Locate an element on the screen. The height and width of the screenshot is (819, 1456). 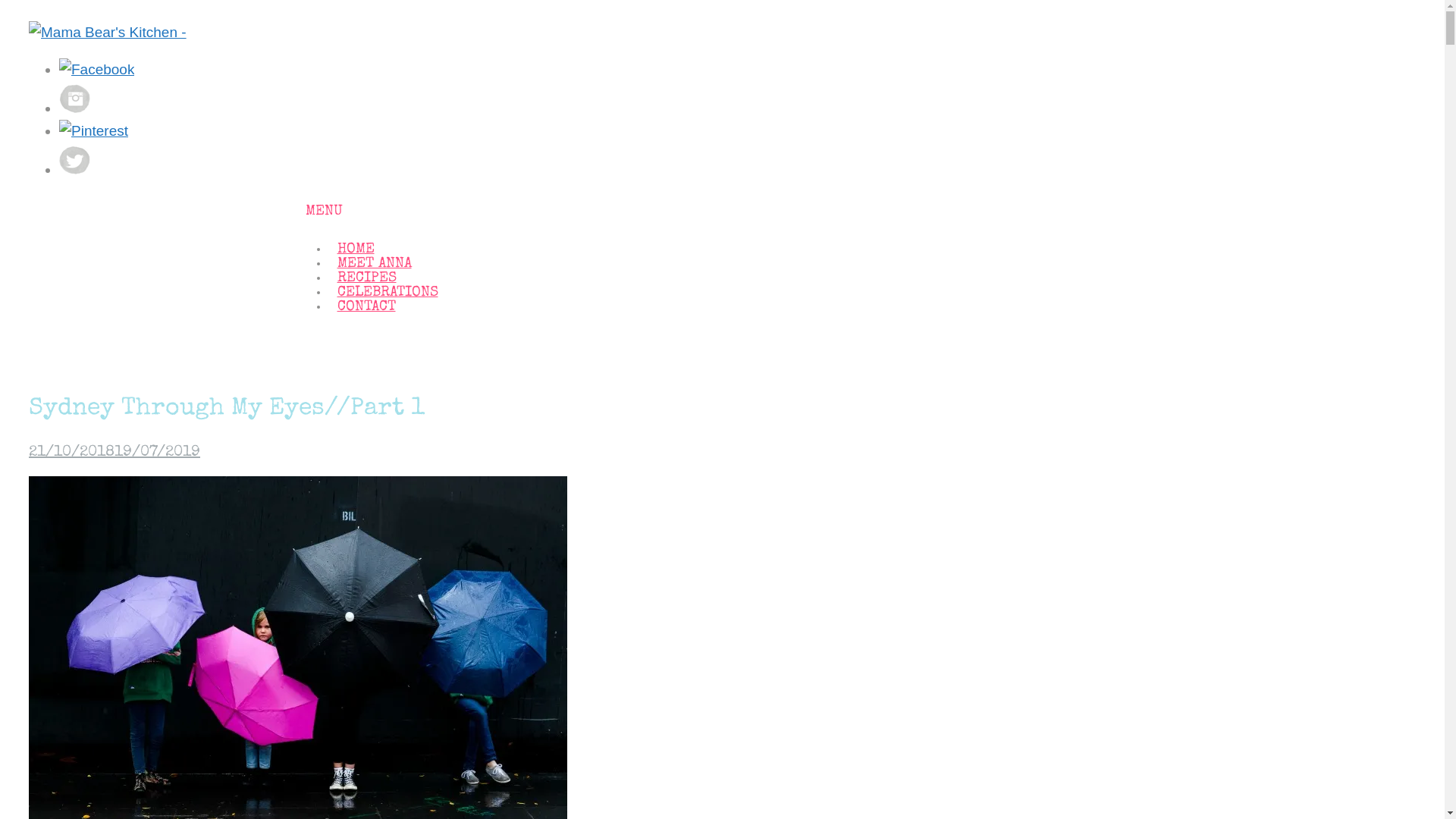
'CELEBRATIONS' is located at coordinates (387, 293).